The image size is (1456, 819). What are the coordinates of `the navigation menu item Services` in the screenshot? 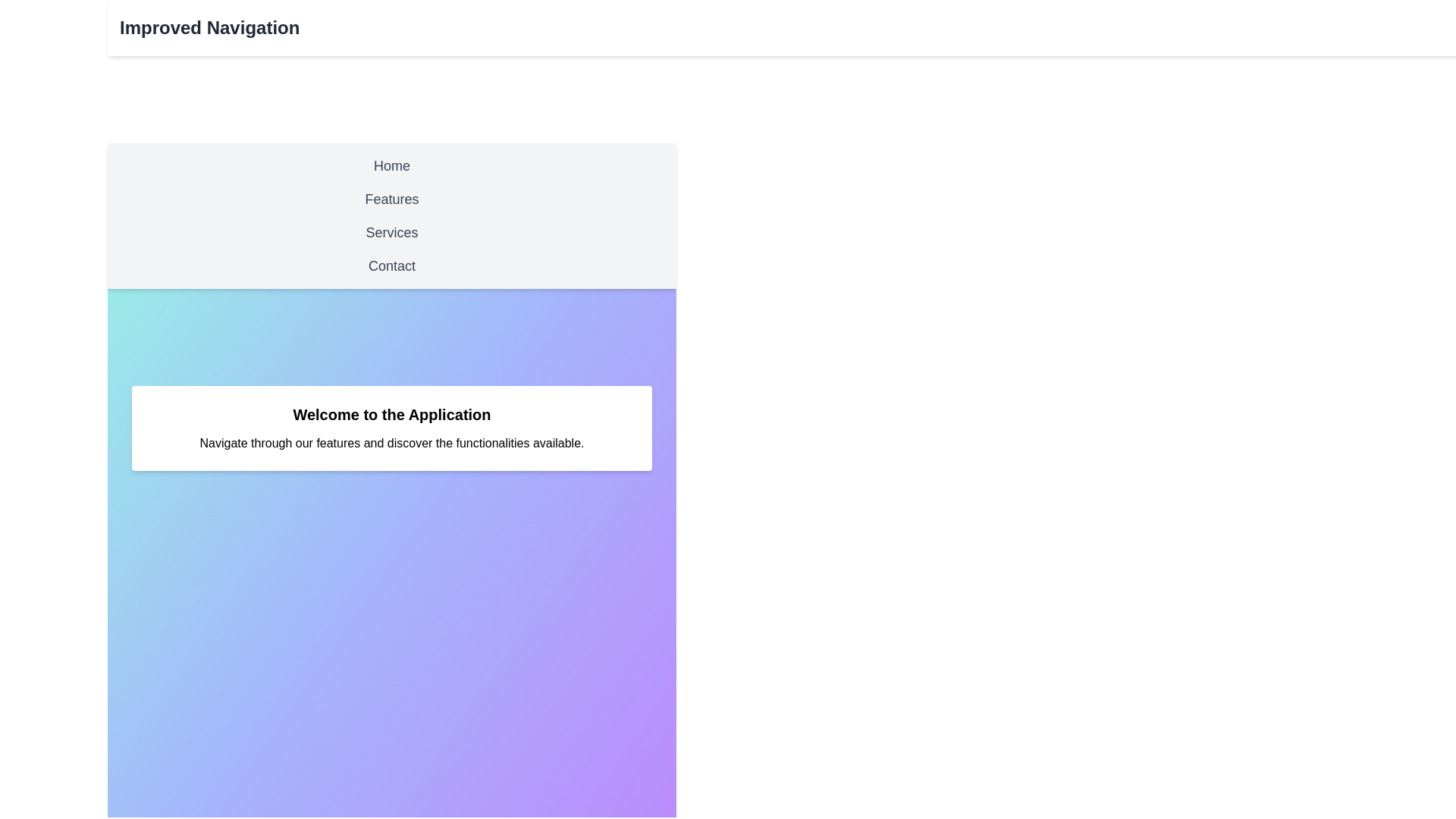 It's located at (392, 233).